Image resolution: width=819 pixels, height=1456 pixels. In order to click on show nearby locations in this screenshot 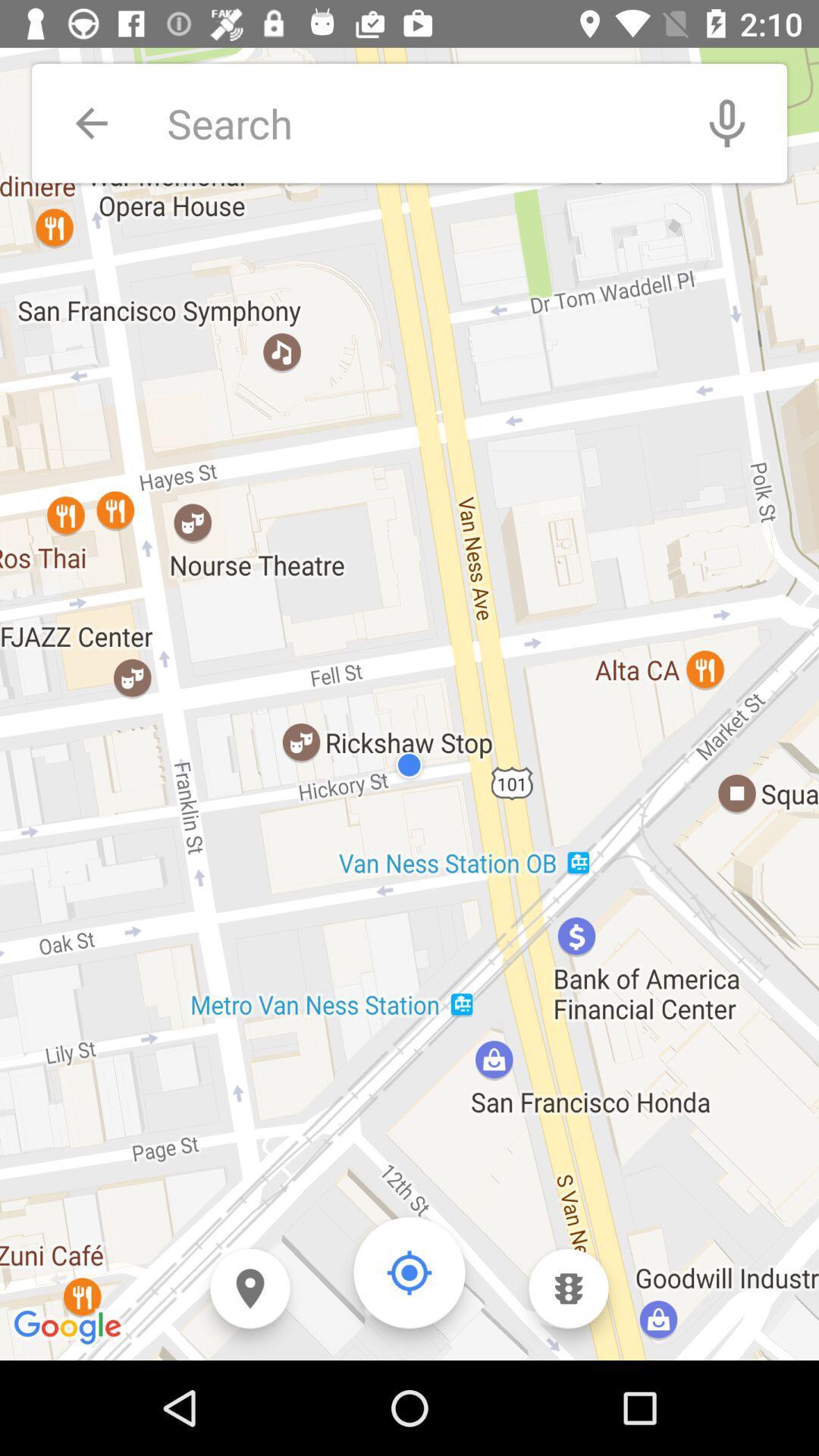, I will do `click(249, 1288)`.